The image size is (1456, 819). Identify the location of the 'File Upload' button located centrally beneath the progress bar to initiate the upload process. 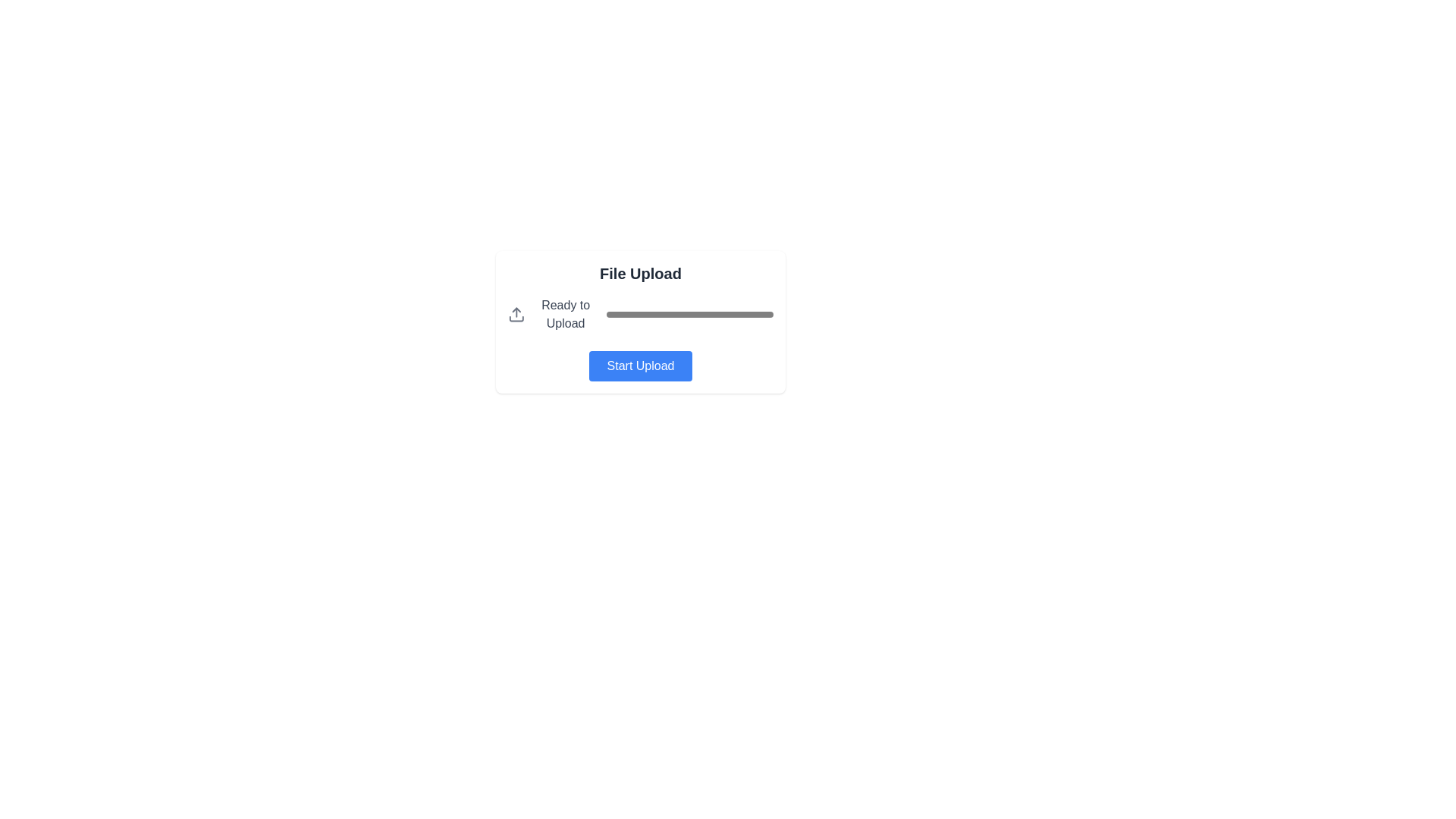
(640, 366).